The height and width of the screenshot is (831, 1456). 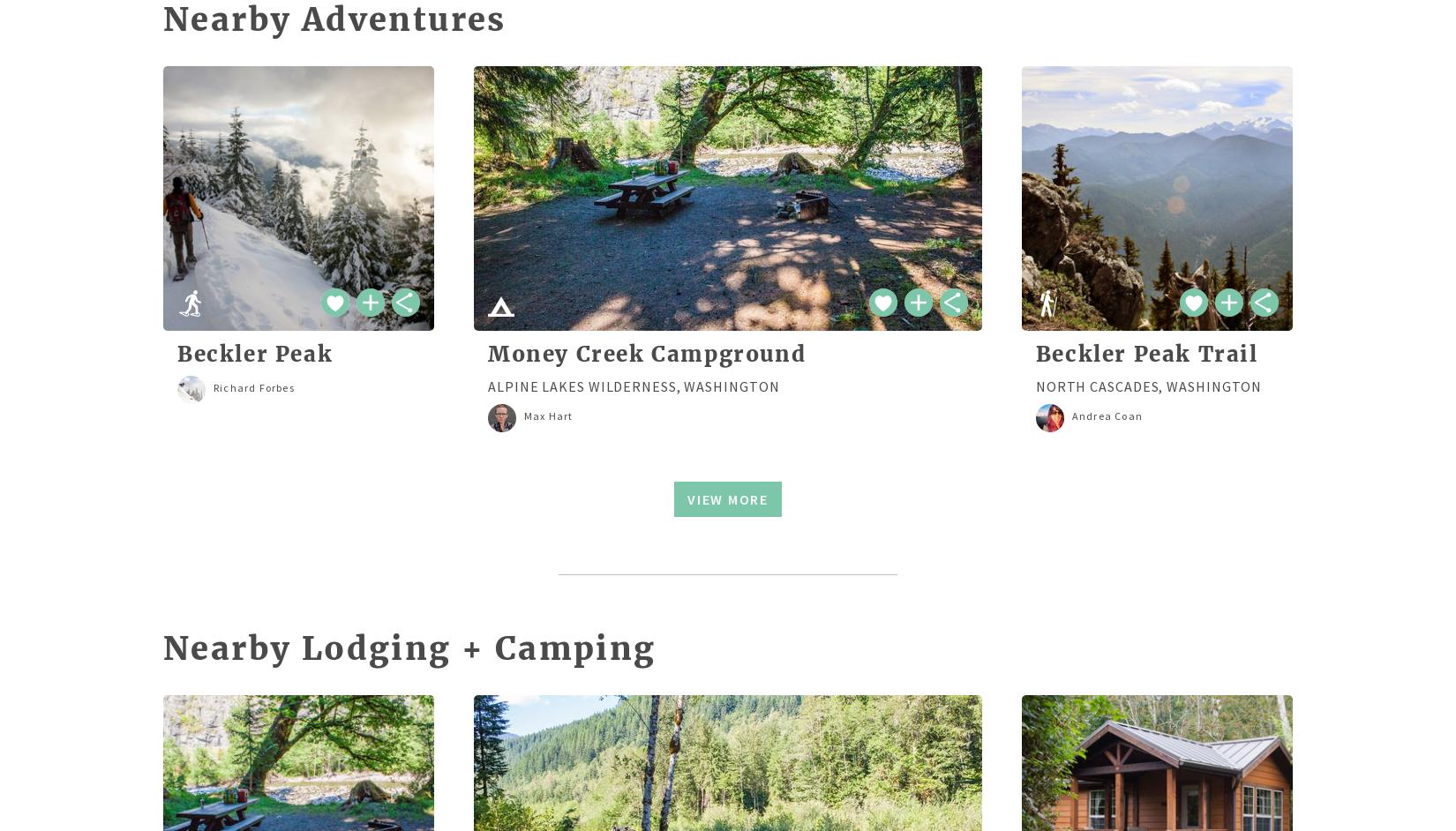 I want to click on 'View More', so click(x=726, y=498).